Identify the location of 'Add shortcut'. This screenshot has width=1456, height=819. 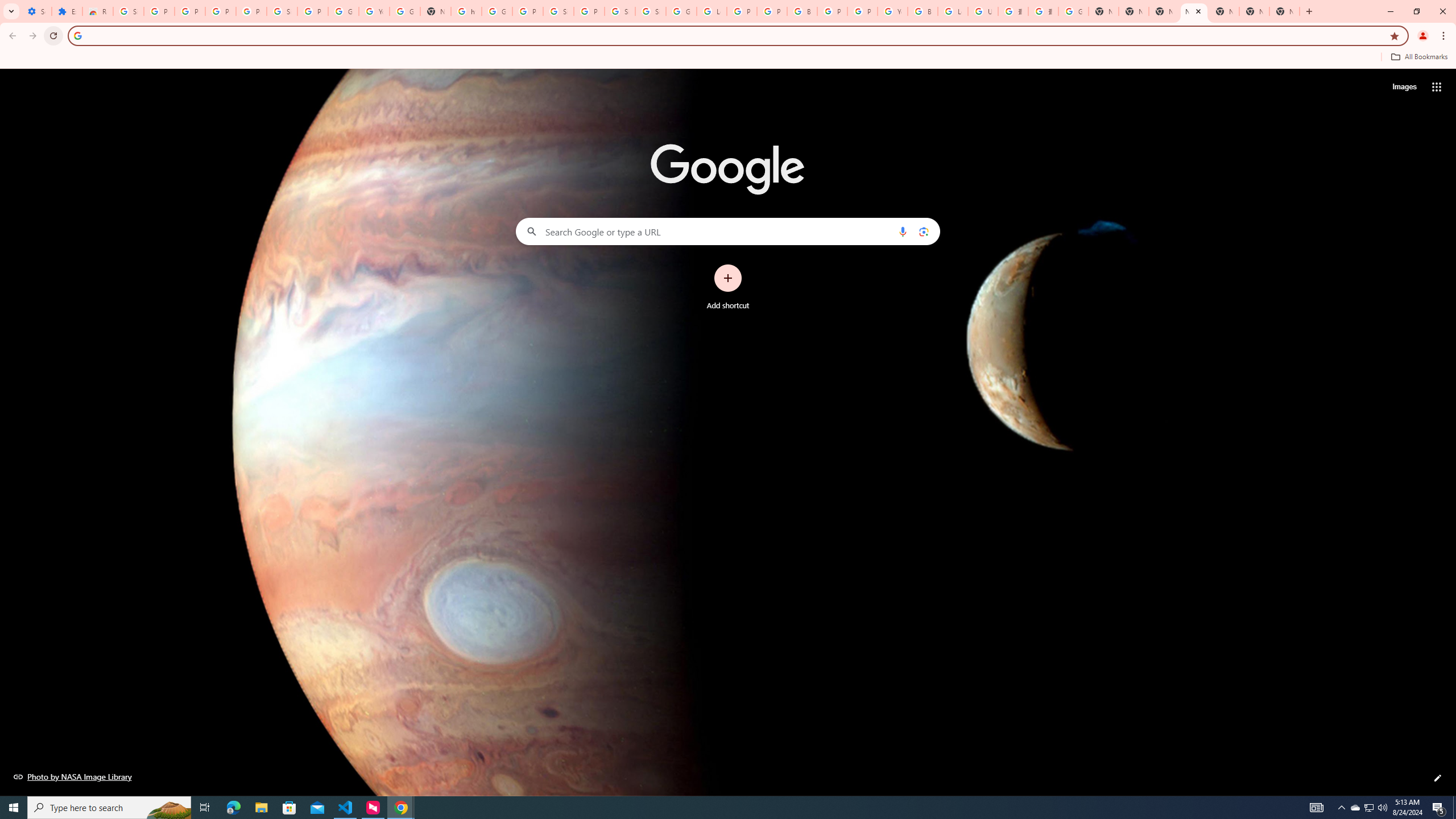
(728, 287).